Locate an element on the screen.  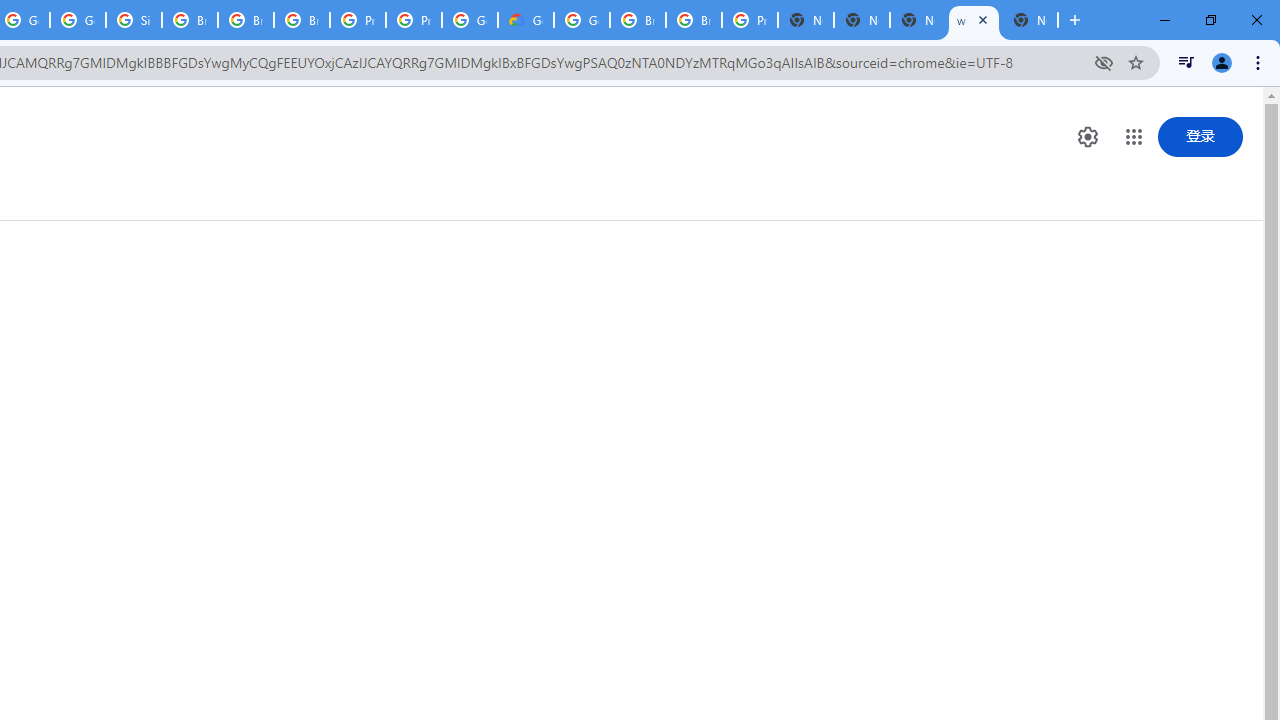
'Google Cloud Platform' is located at coordinates (581, 20).